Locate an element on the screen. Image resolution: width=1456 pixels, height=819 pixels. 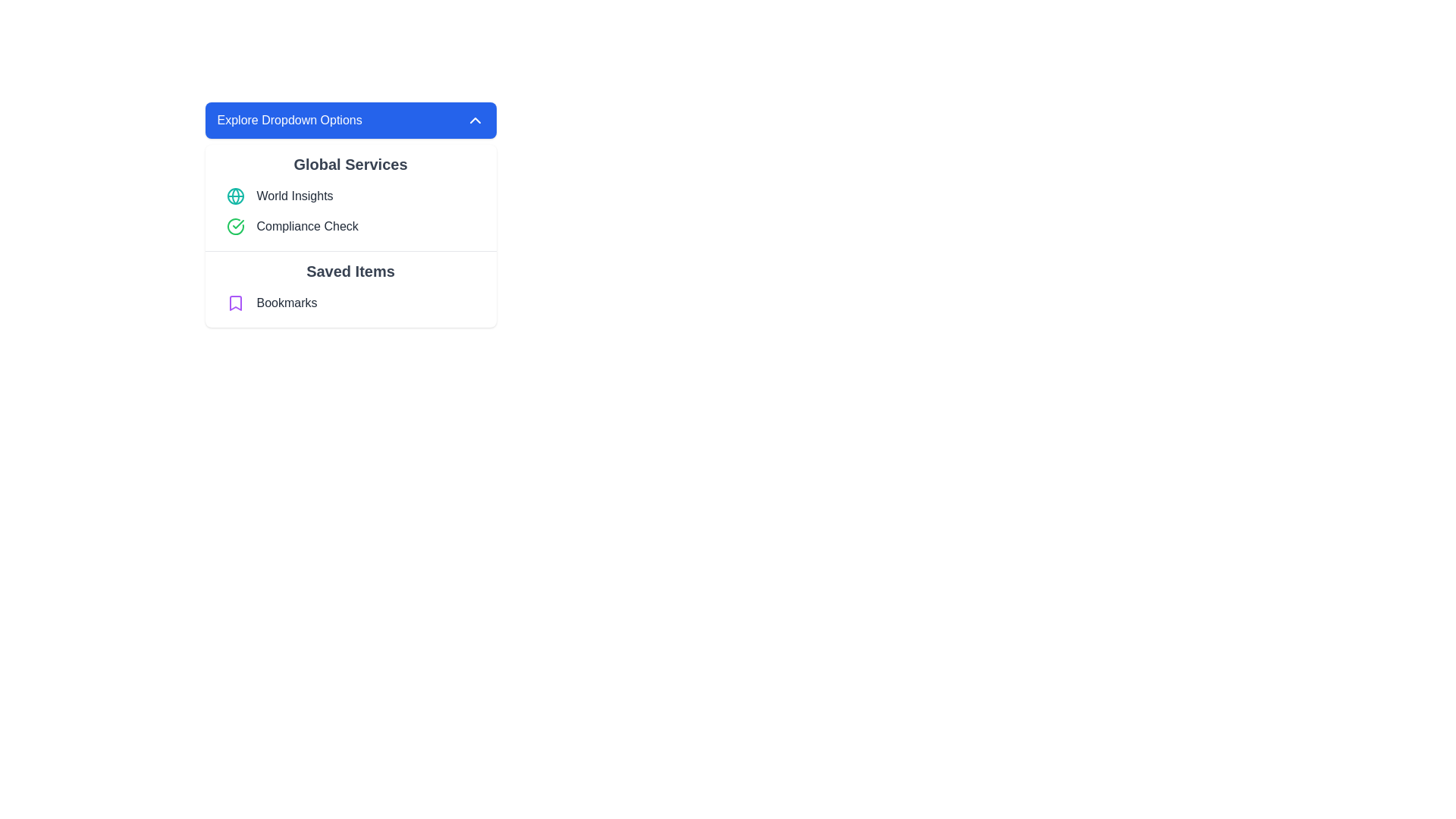
the SVG circle icon representing the globe, which is part of the 'World Insights' option in the 'Global Services' section of the 'Explore Dropdown Options' menu is located at coordinates (234, 195).